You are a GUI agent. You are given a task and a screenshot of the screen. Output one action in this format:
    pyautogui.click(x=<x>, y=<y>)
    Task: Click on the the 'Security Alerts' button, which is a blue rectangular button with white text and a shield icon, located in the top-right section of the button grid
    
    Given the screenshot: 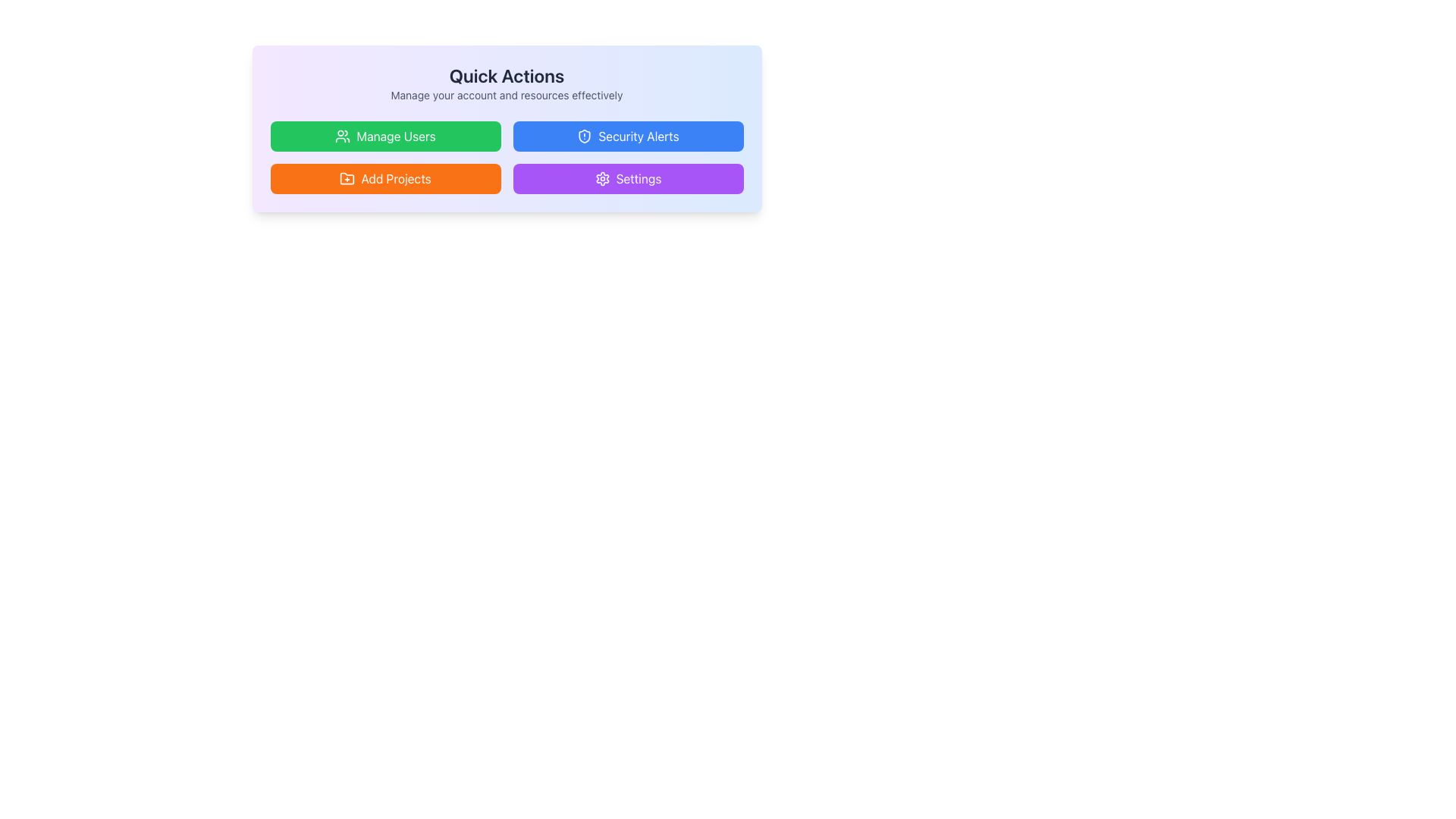 What is the action you would take?
    pyautogui.click(x=628, y=136)
    